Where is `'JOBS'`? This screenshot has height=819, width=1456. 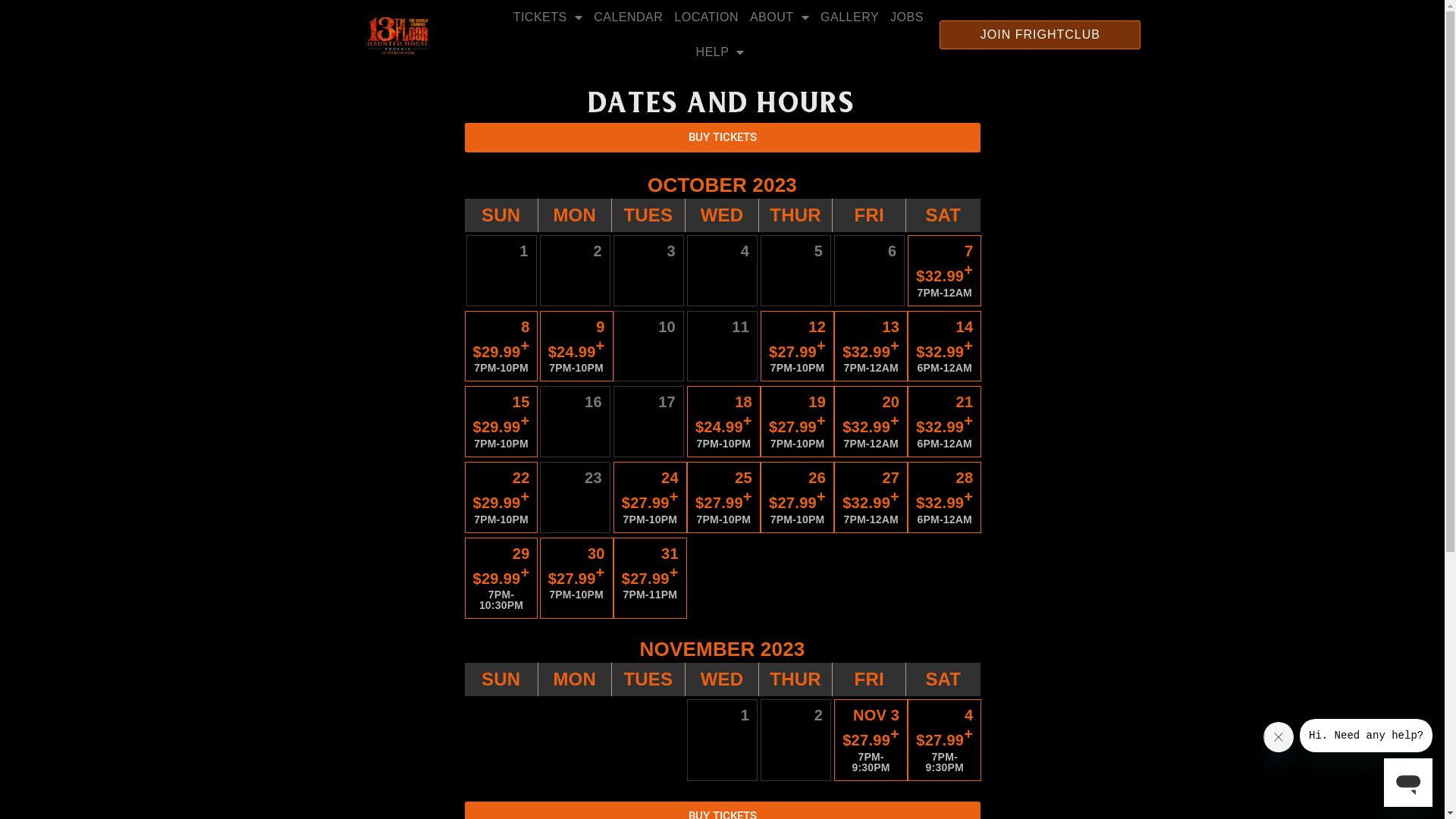 'JOBS' is located at coordinates (906, 17).